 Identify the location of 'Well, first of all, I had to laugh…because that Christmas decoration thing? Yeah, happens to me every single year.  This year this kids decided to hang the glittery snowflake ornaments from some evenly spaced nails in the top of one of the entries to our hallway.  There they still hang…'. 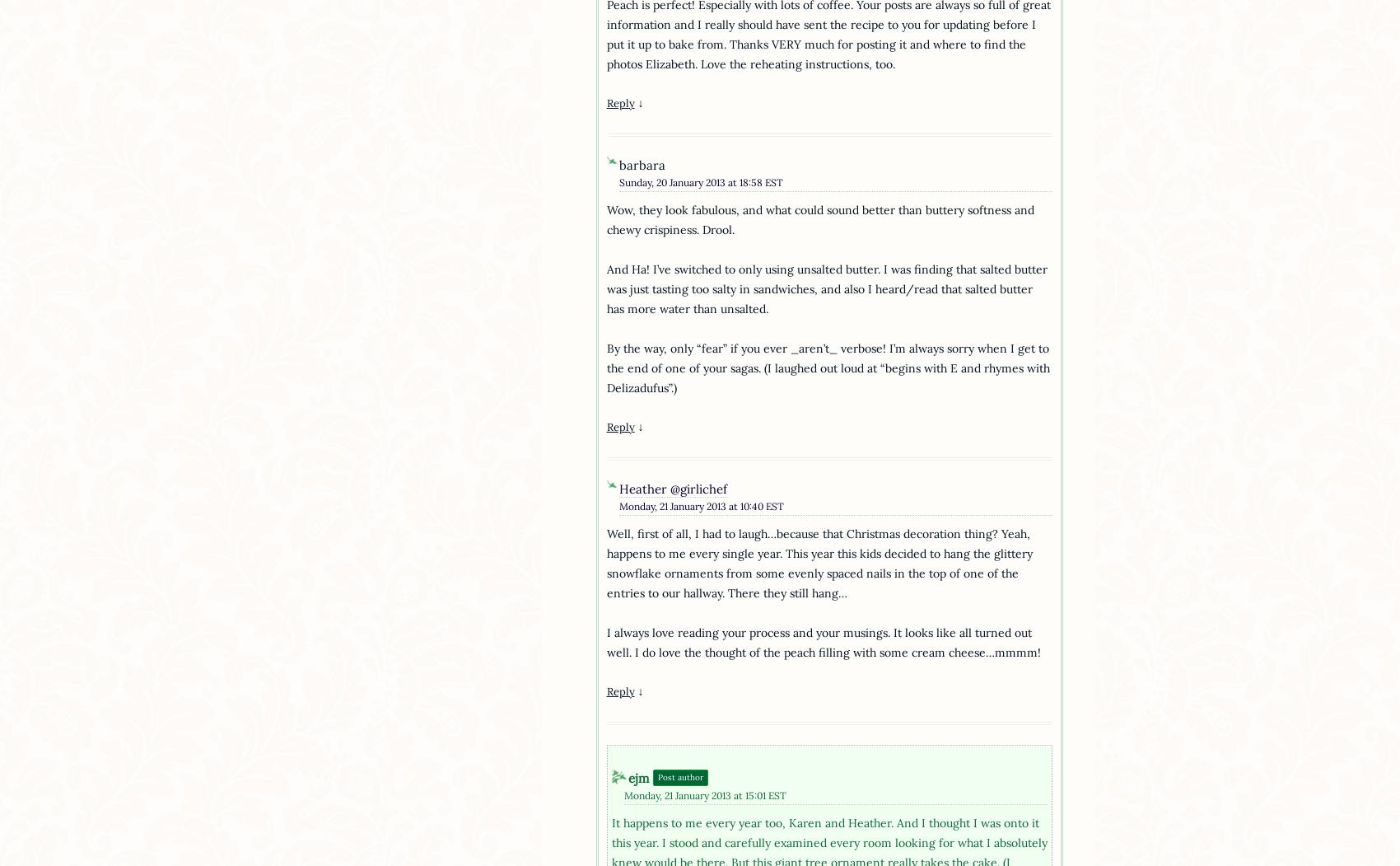
(818, 563).